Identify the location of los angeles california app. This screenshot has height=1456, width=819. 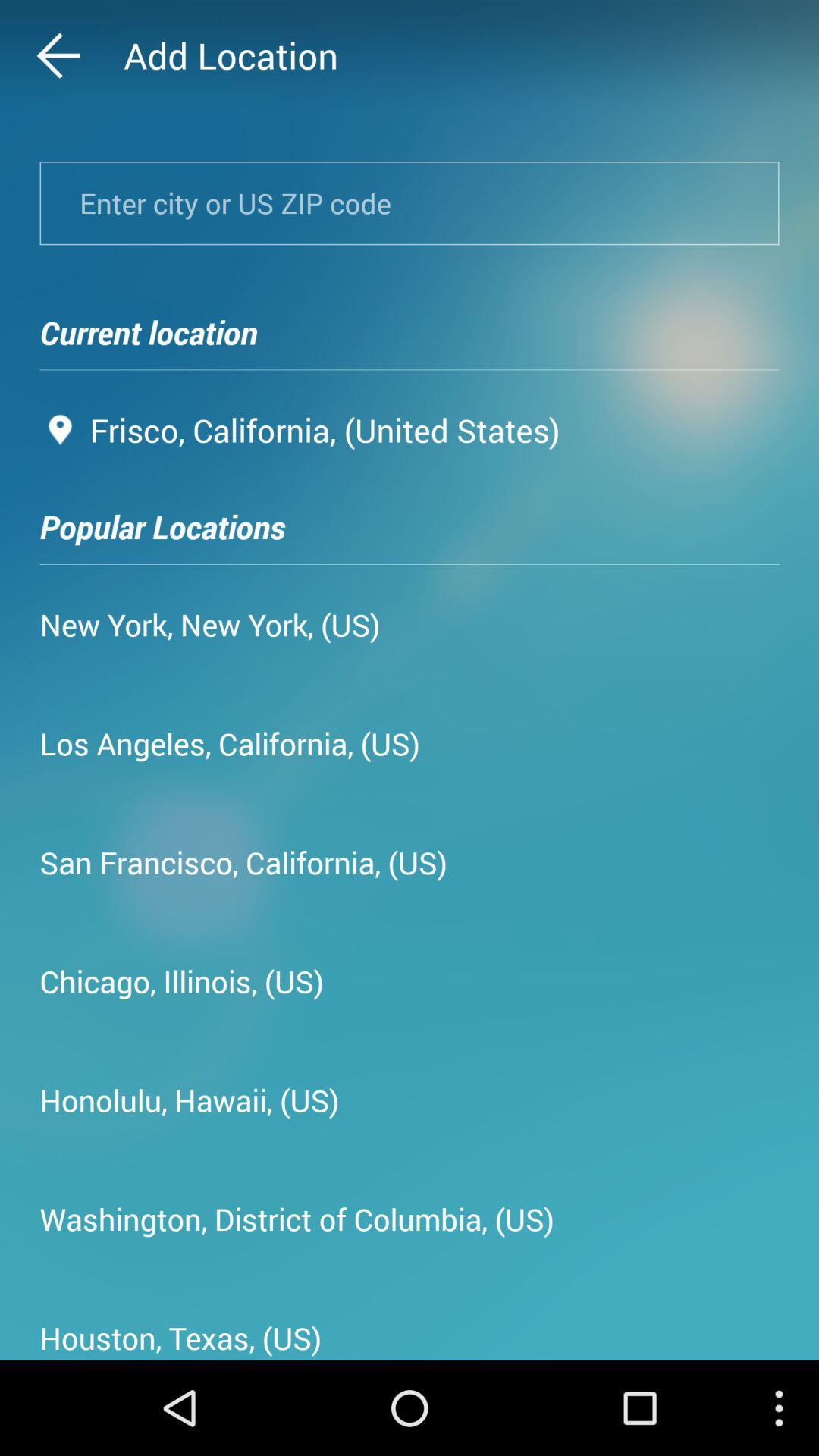
(230, 743).